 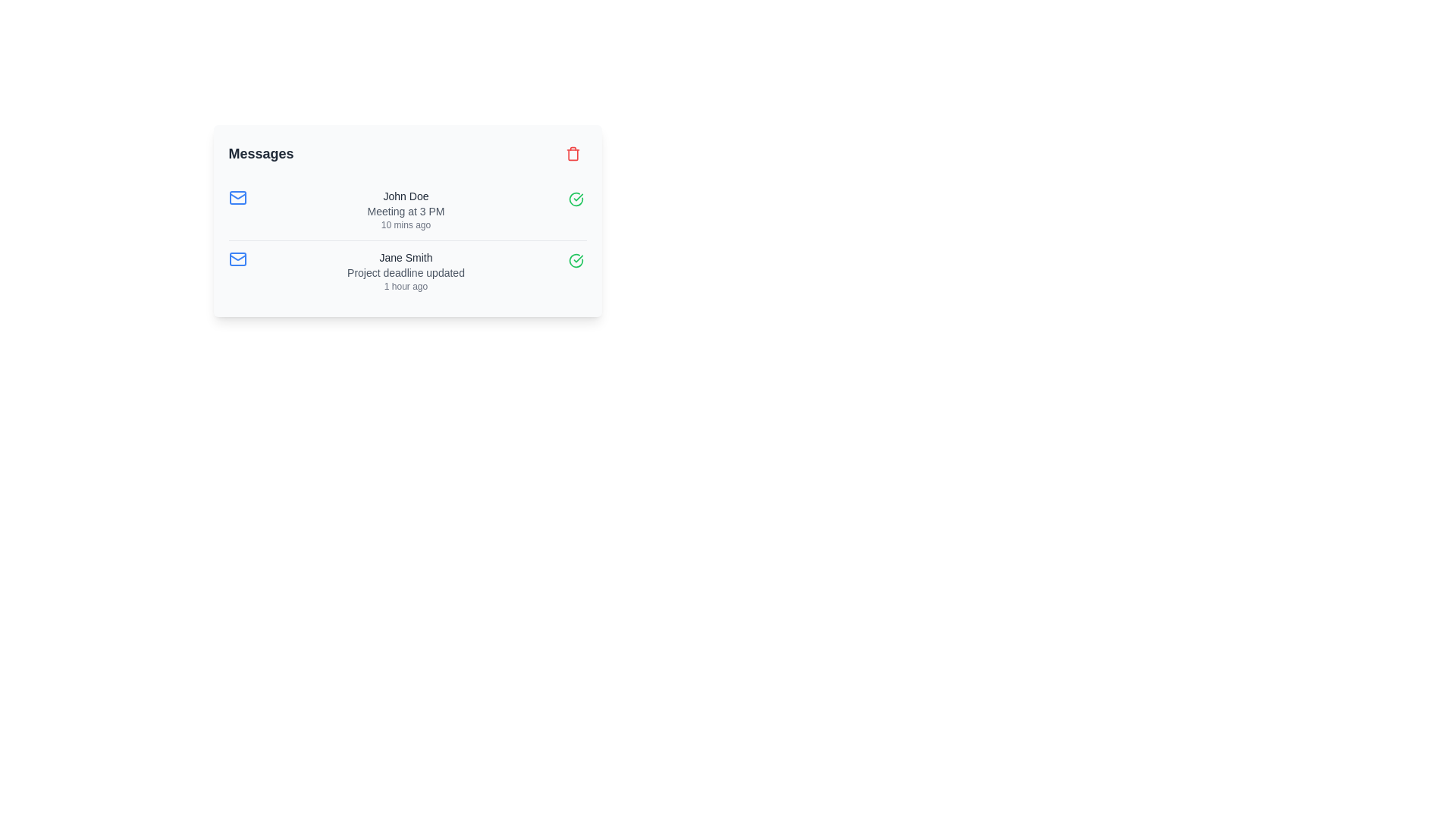 What do you see at coordinates (575, 259) in the screenshot?
I see `the interactive circular icon with a green border and internal checkmark located to the right of 'Jane Smith' and 'Project deadline updated'` at bounding box center [575, 259].